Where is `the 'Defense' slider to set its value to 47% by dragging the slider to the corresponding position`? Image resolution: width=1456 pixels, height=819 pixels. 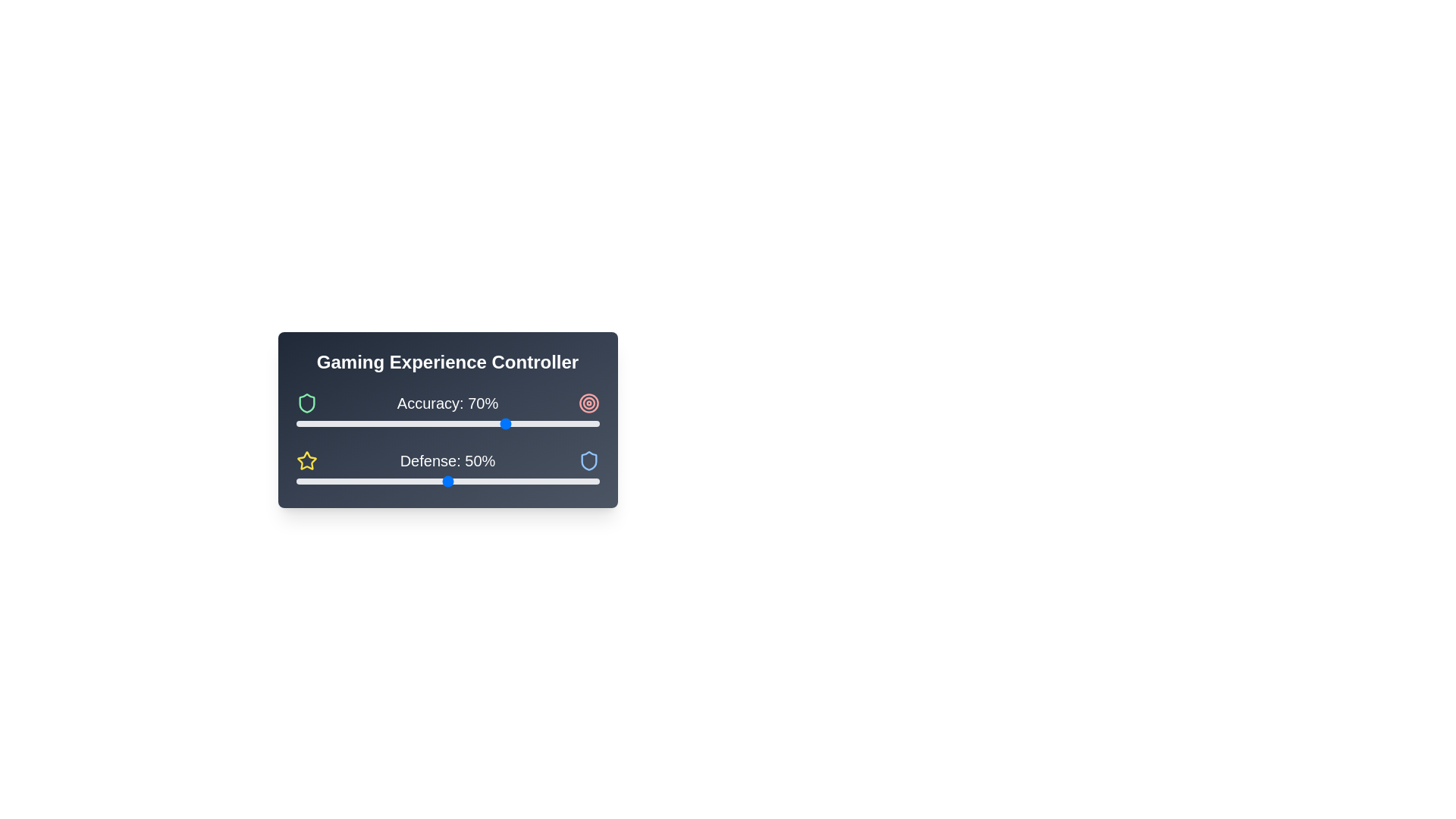 the 'Defense' slider to set its value to 47% by dragging the slider to the corresponding position is located at coordinates (438, 482).